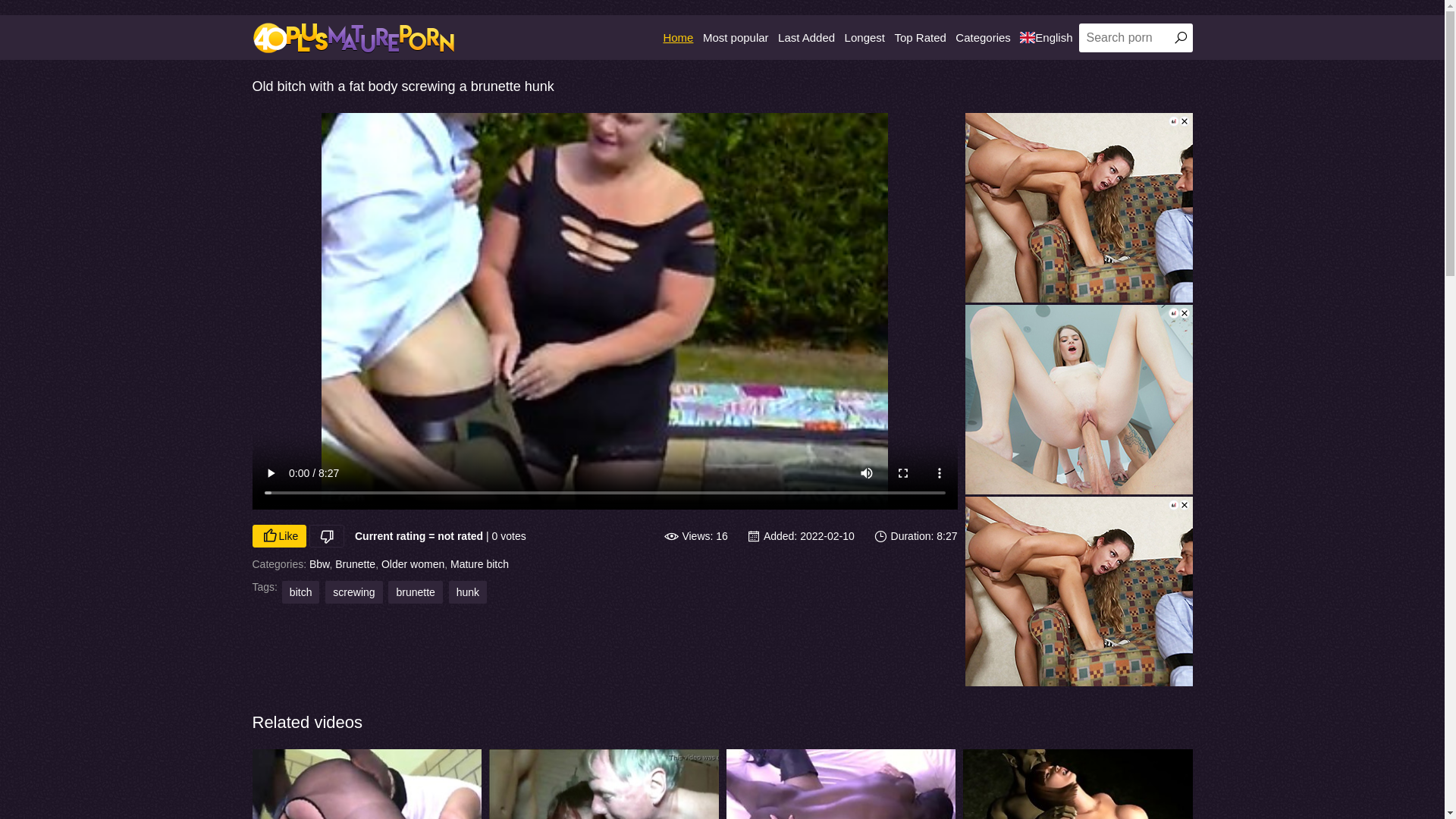  I want to click on 'brunette', so click(415, 591).